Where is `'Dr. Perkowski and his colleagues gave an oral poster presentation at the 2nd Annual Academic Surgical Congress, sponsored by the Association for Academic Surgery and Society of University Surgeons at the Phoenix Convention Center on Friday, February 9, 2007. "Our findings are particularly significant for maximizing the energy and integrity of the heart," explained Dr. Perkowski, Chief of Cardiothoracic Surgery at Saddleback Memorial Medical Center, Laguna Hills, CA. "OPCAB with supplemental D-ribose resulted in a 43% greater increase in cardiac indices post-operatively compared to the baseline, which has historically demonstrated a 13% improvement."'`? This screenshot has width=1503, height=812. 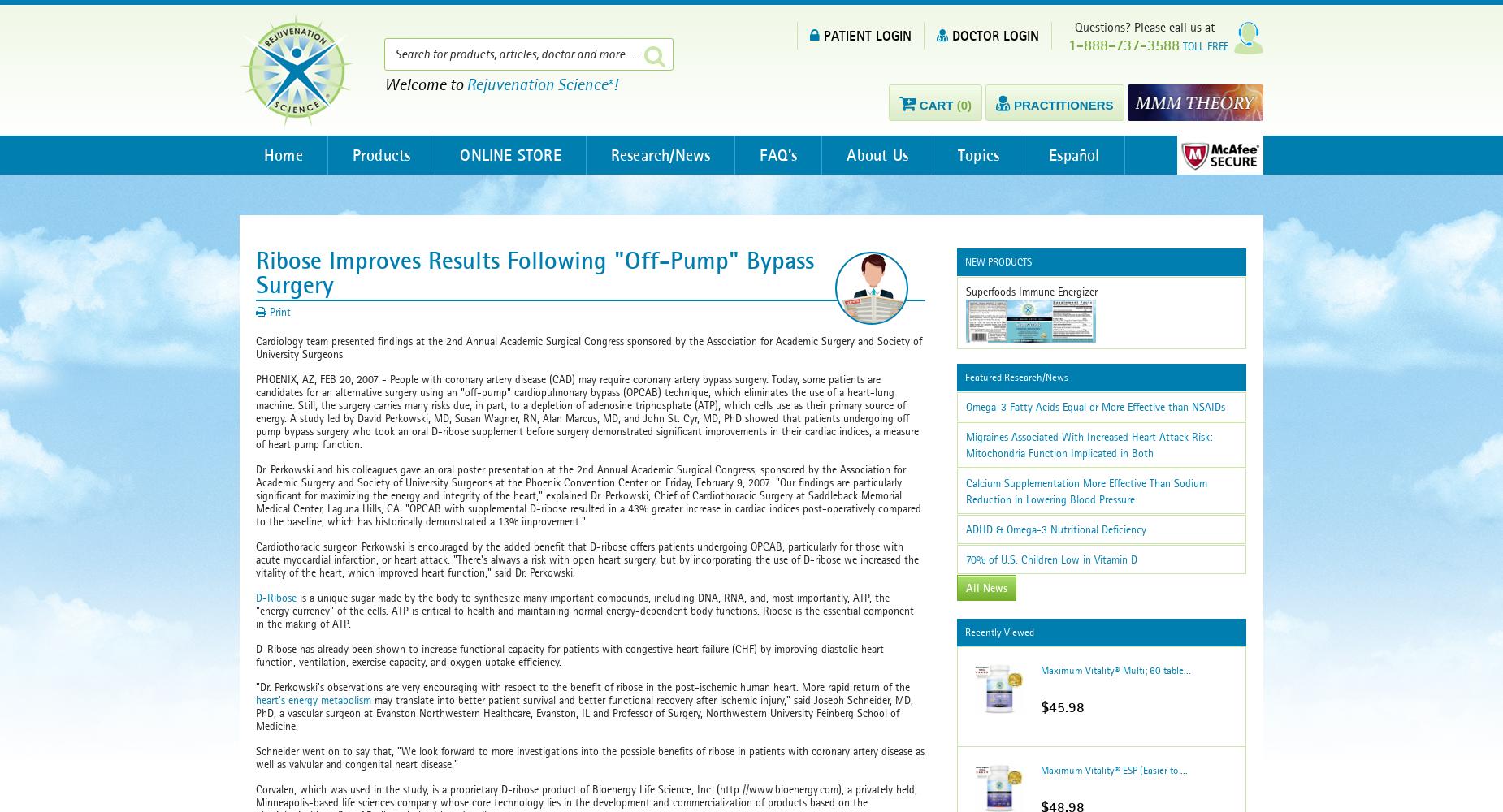 'Dr. Perkowski and his colleagues gave an oral poster presentation at the 2nd Annual Academic Surgical Congress, sponsored by the Association for Academic Surgery and Society of University Surgeons at the Phoenix Convention Center on Friday, February 9, 2007. "Our findings are particularly significant for maximizing the energy and integrity of the heart," explained Dr. Perkowski, Chief of Cardiothoracic Surgery at Saddleback Memorial Medical Center, Laguna Hills, CA. "OPCAB with supplemental D-ribose resulted in a 43% greater increase in cardiac indices post-operatively compared to the baseline, which has historically demonstrated a 13% improvement."' is located at coordinates (588, 495).